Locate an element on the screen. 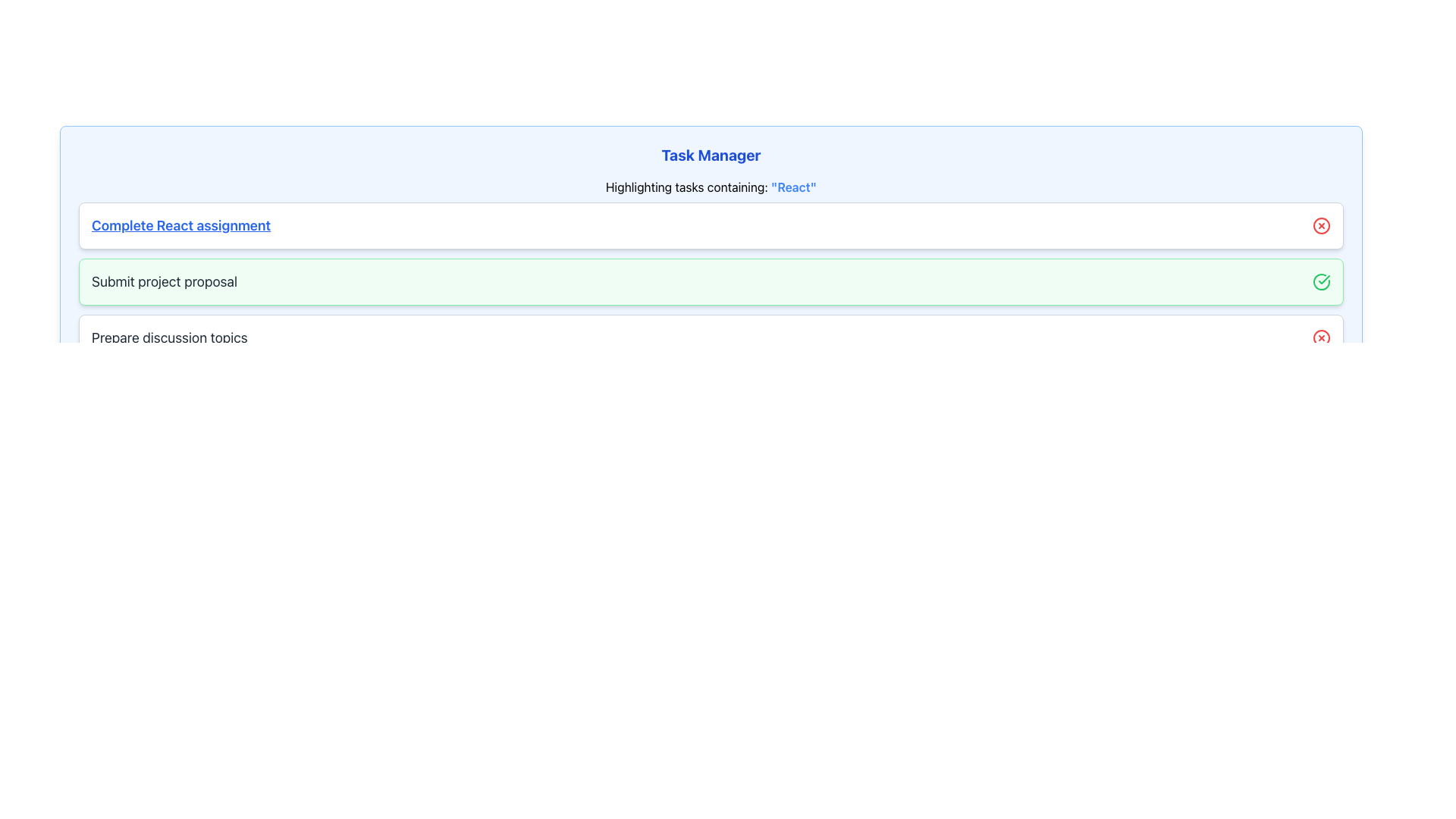 Image resolution: width=1456 pixels, height=819 pixels. the green circular SVG icon with a check mark indicating a confirmation status, located to the right of the 'Submit project proposal' task row is located at coordinates (1320, 281).